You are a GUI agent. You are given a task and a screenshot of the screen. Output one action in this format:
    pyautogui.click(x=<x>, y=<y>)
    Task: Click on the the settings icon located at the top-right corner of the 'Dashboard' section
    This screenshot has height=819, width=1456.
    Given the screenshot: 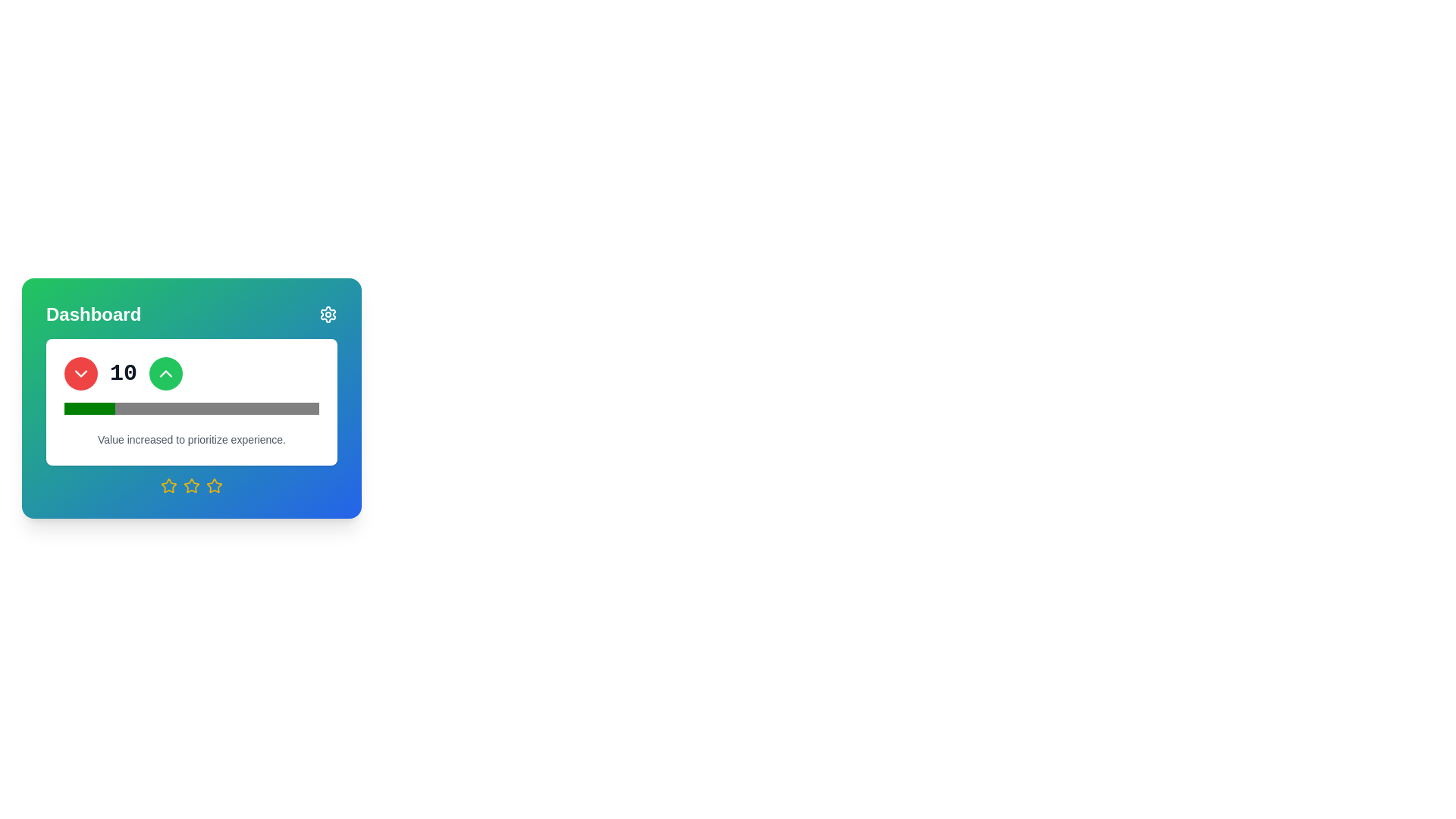 What is the action you would take?
    pyautogui.click(x=327, y=314)
    